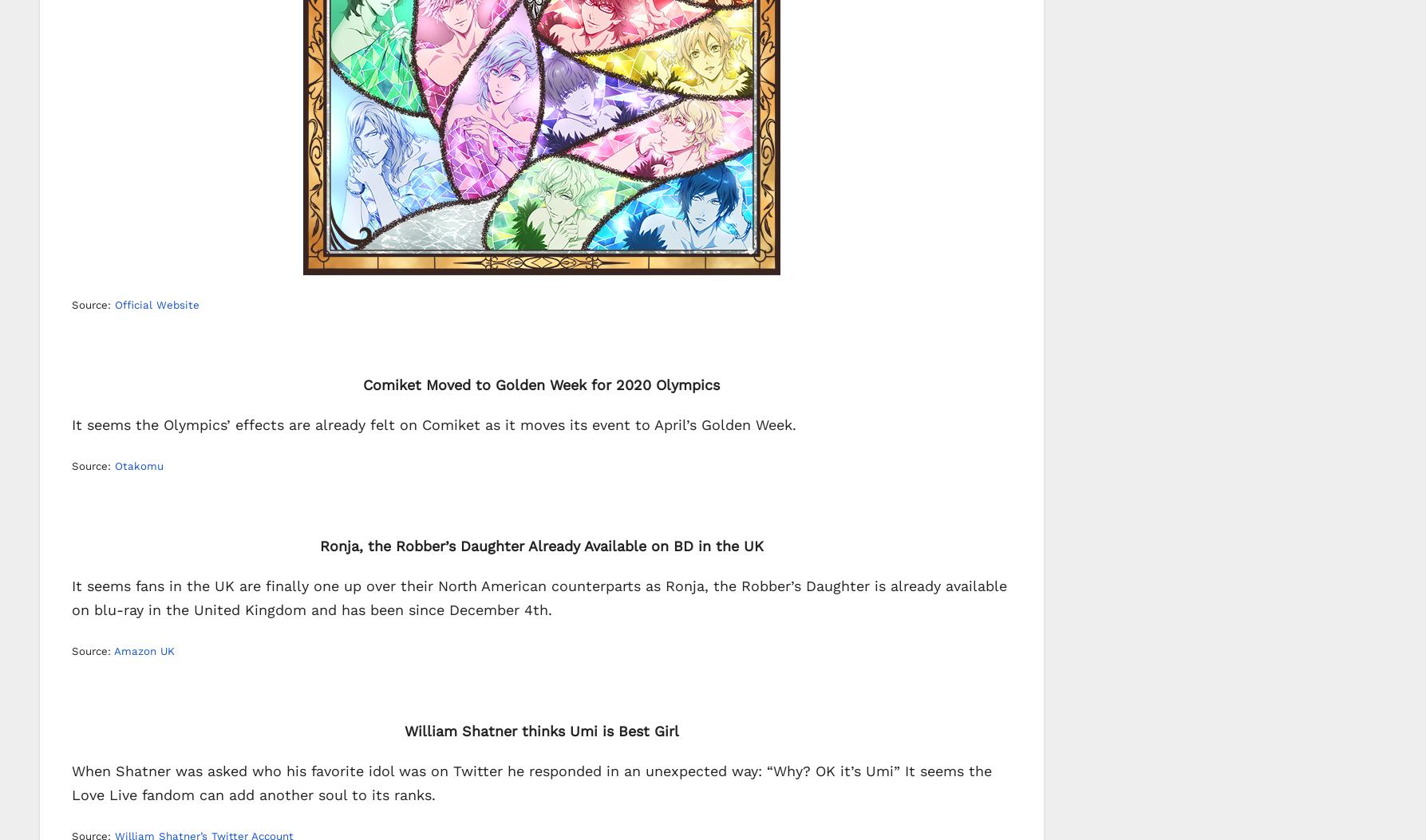 Image resolution: width=1426 pixels, height=840 pixels. I want to click on 'It seems fans in the UK are finally one up over their North American counterparts as Ronja, the Robber’s Daughter is already available on blu-ray in the United Kingdom and has been since December 4th.', so click(539, 596).